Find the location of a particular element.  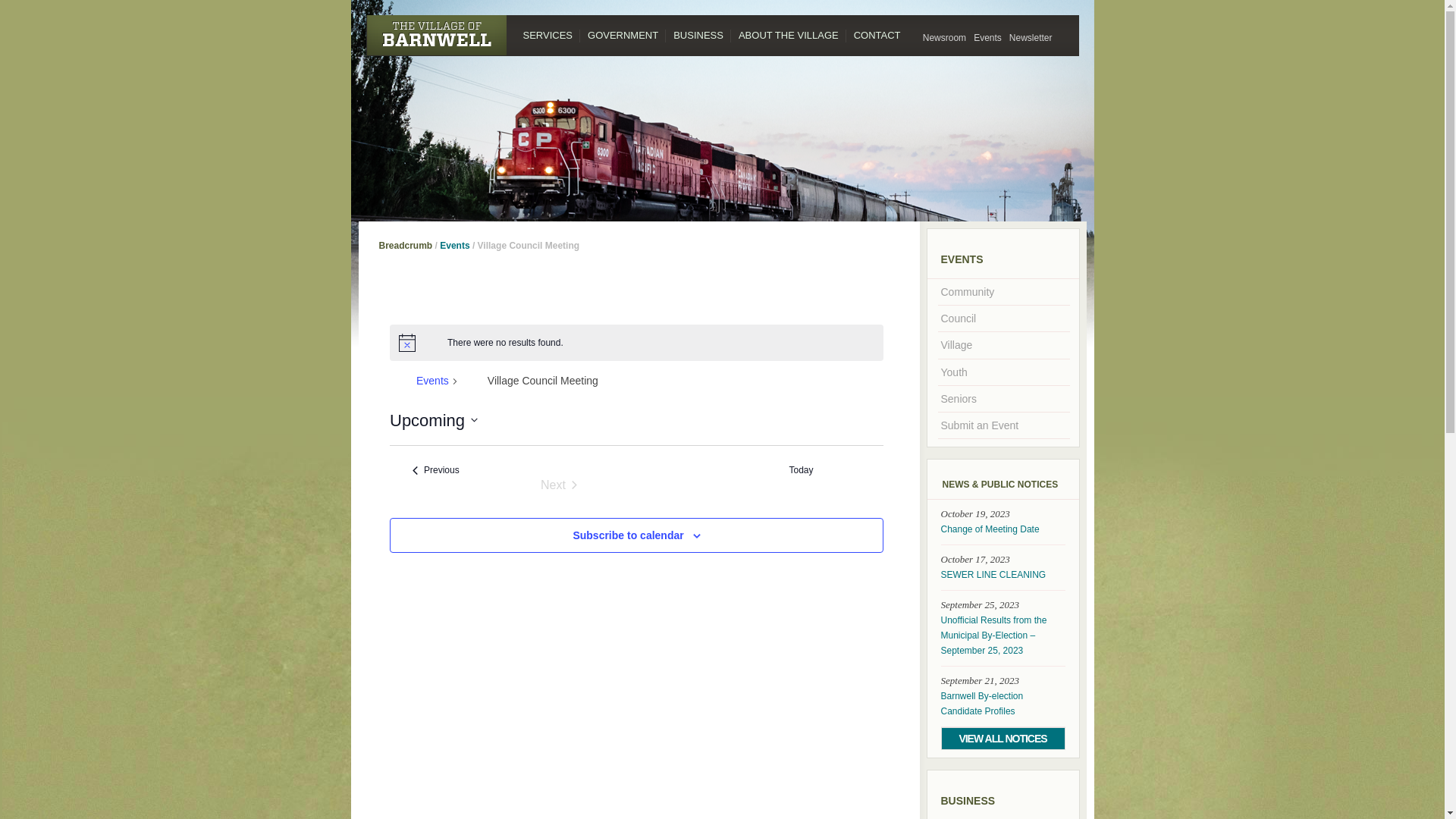

'BUSINESS' is located at coordinates (698, 34).